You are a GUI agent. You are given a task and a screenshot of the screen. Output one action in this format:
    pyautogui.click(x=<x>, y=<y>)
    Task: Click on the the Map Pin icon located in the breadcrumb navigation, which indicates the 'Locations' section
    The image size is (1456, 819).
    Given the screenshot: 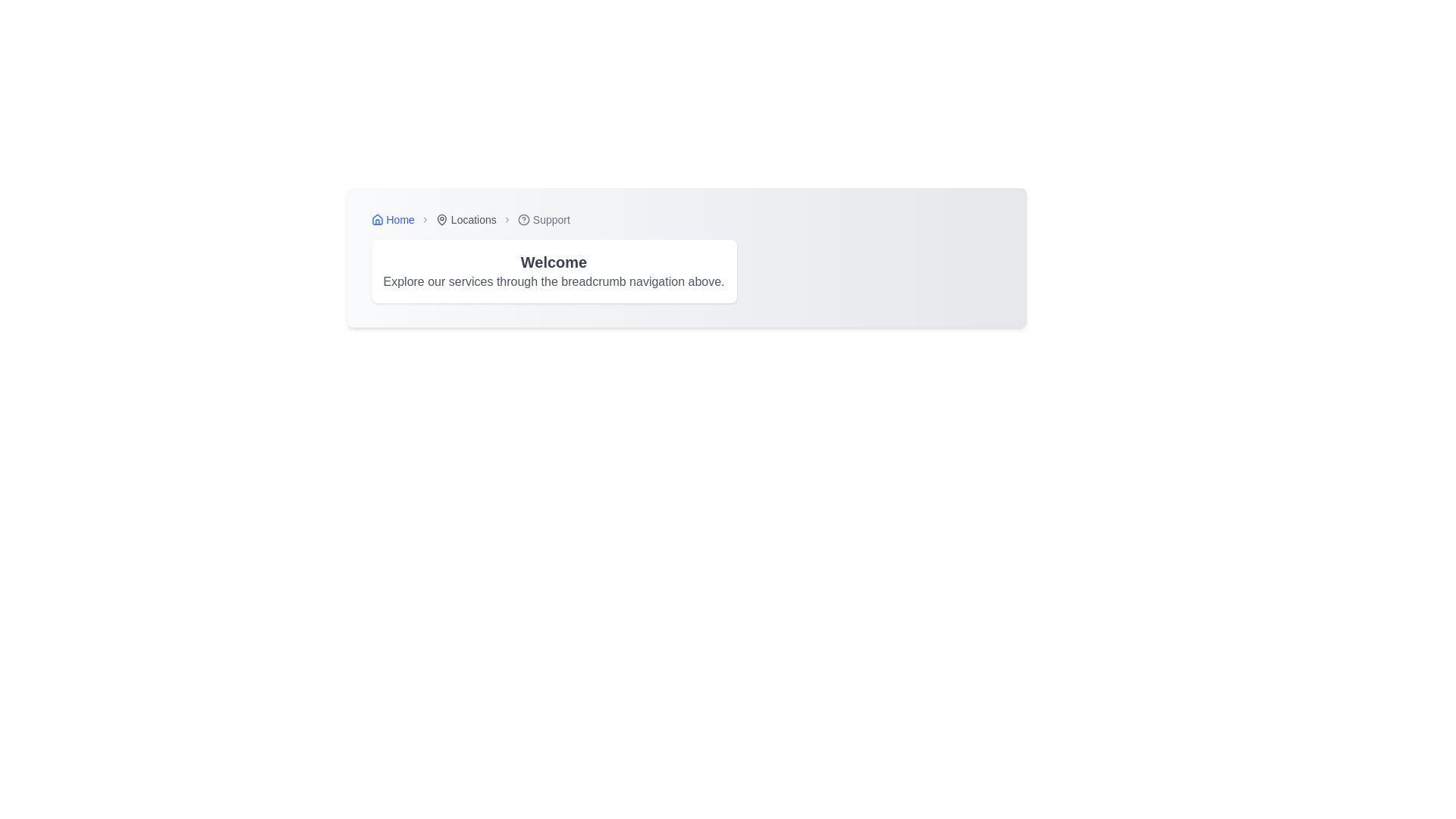 What is the action you would take?
    pyautogui.click(x=441, y=219)
    